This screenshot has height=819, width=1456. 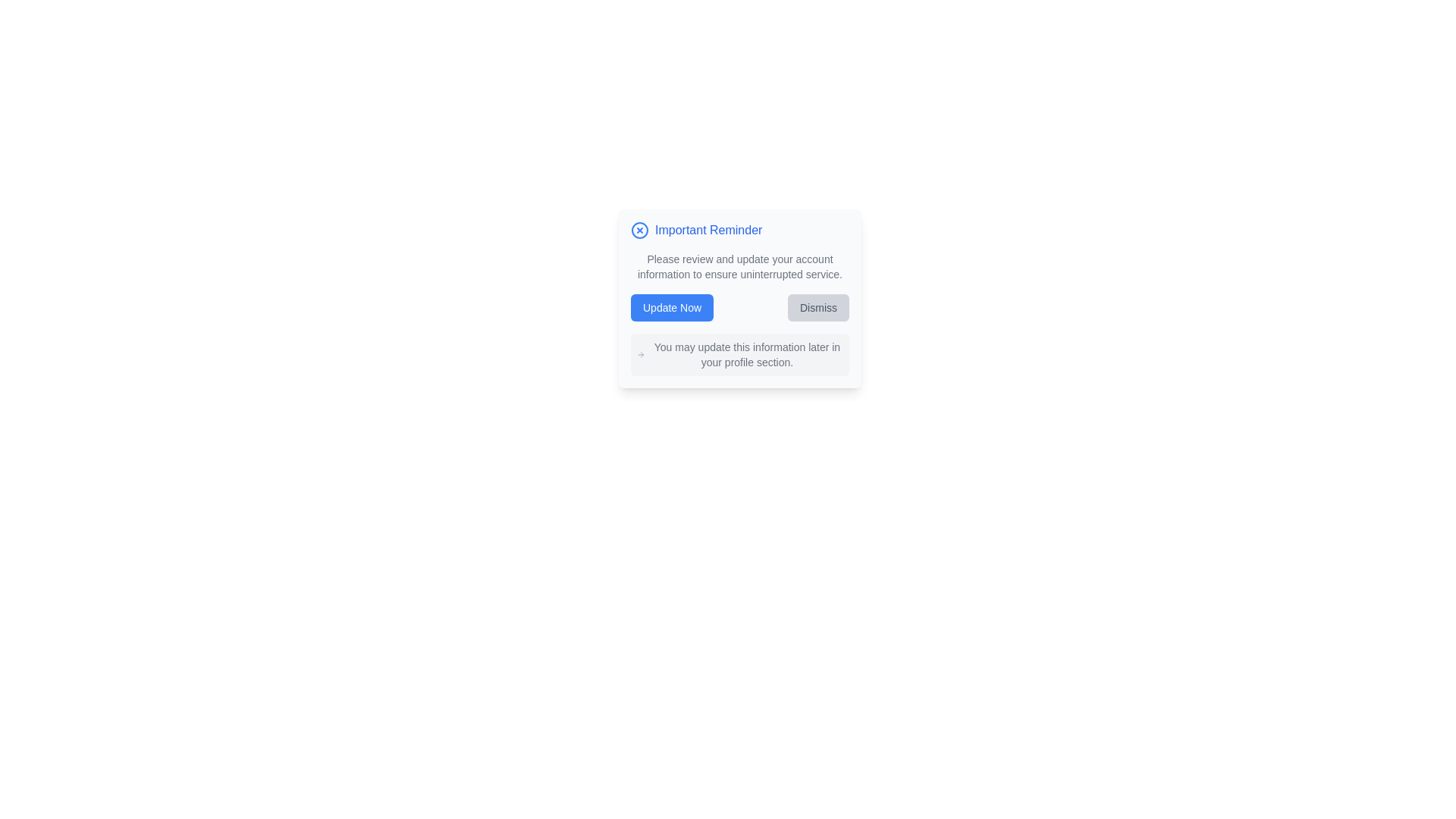 What do you see at coordinates (640, 231) in the screenshot?
I see `the circular outline element with no filling, styled with a stroke, located at the center of a notification or modal dialog box near the top-left corner` at bounding box center [640, 231].